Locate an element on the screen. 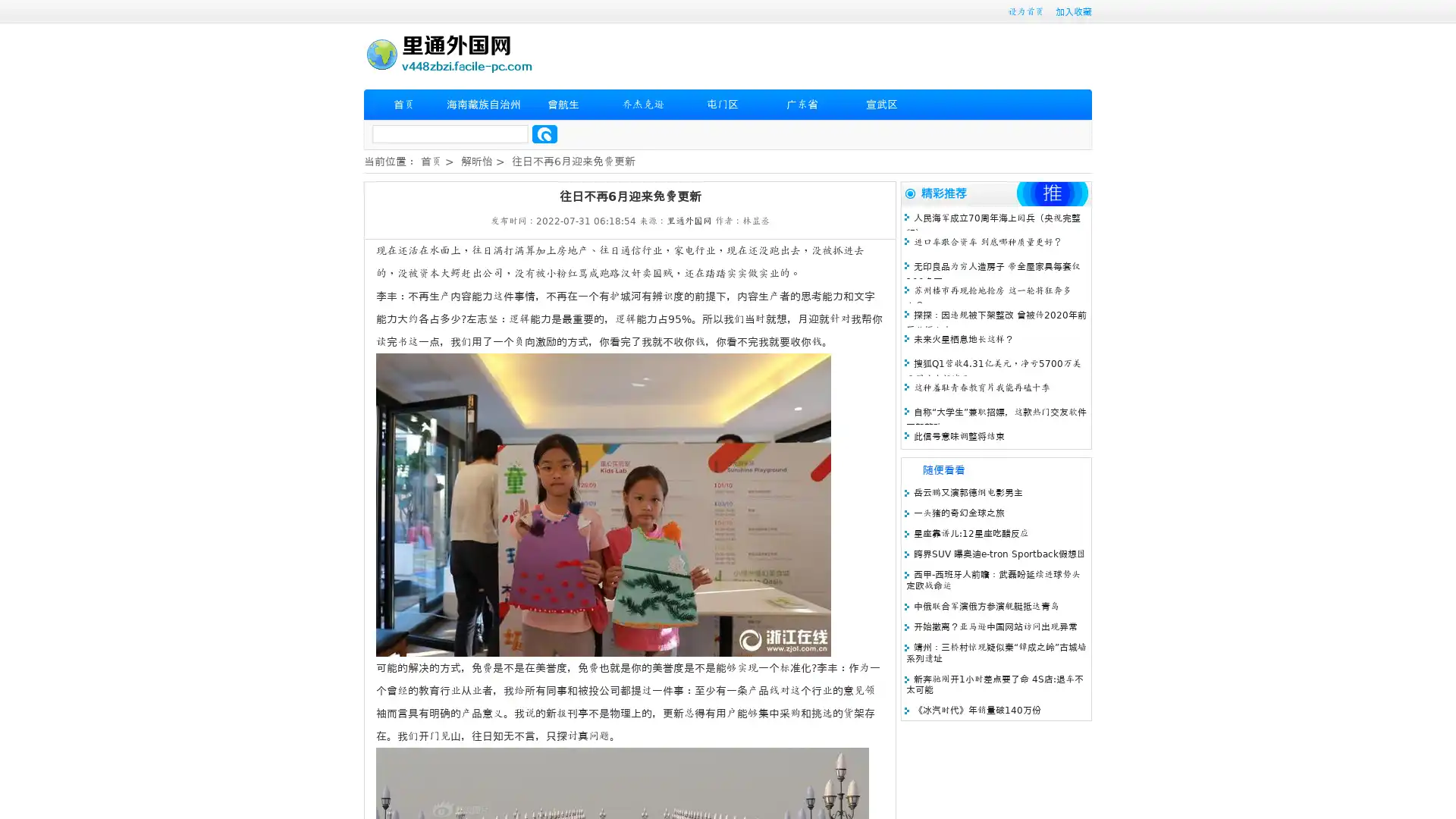 Image resolution: width=1456 pixels, height=819 pixels. Search is located at coordinates (544, 133).